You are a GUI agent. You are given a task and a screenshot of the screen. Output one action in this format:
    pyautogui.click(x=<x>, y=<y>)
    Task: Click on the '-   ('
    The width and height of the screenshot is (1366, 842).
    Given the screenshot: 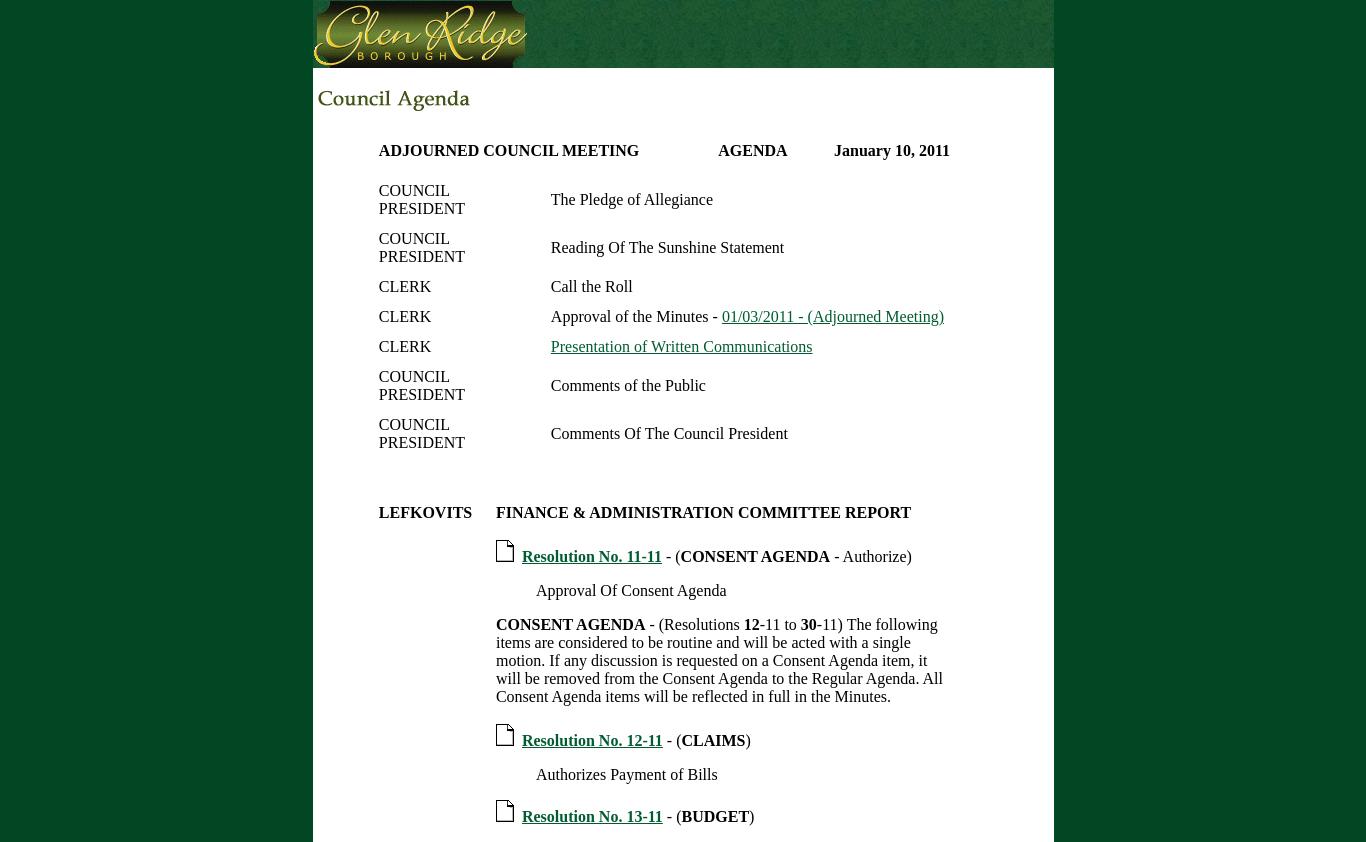 What is the action you would take?
    pyautogui.click(x=660, y=740)
    